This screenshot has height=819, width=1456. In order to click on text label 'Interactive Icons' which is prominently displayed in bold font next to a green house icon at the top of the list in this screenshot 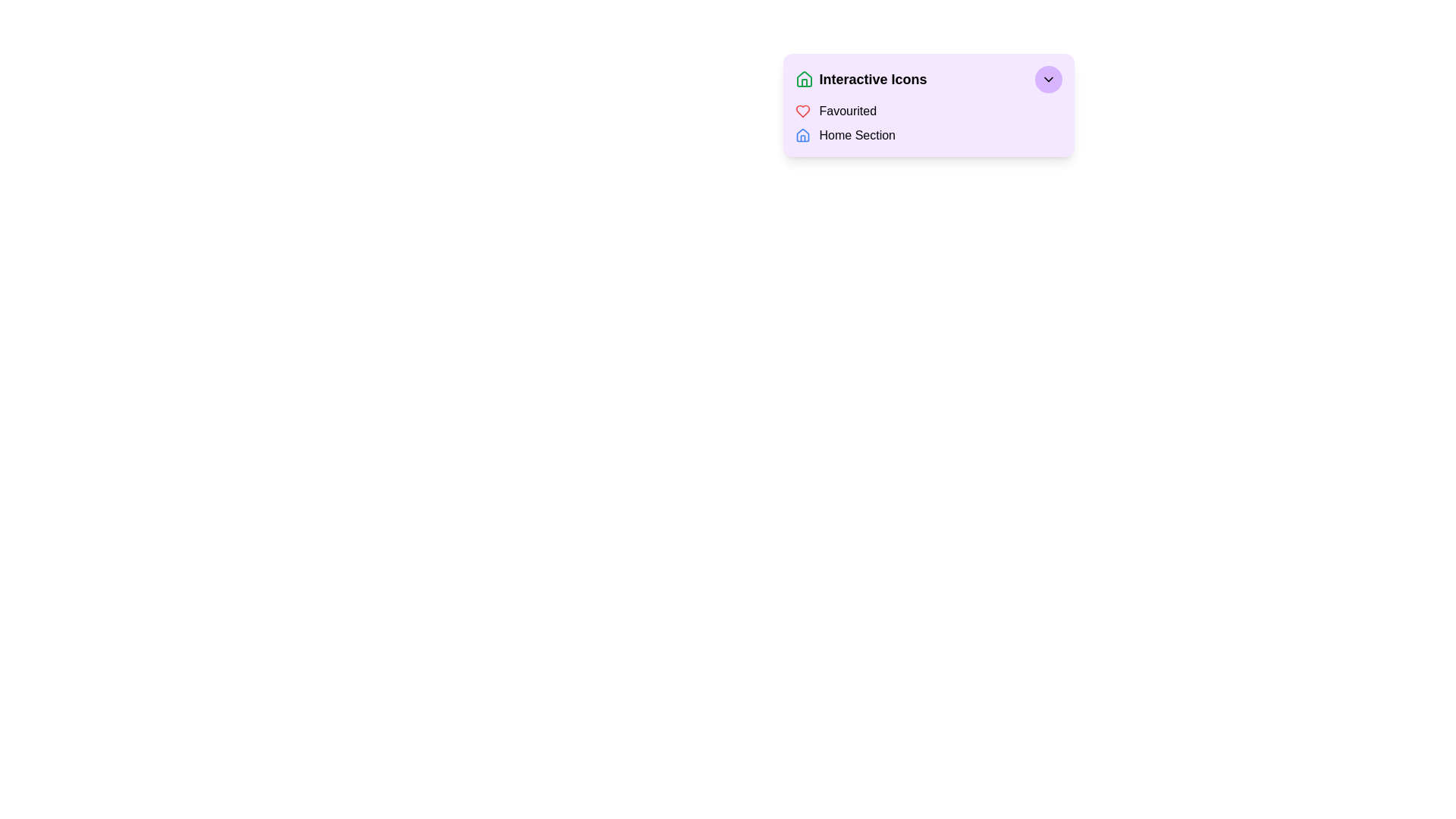, I will do `click(873, 79)`.